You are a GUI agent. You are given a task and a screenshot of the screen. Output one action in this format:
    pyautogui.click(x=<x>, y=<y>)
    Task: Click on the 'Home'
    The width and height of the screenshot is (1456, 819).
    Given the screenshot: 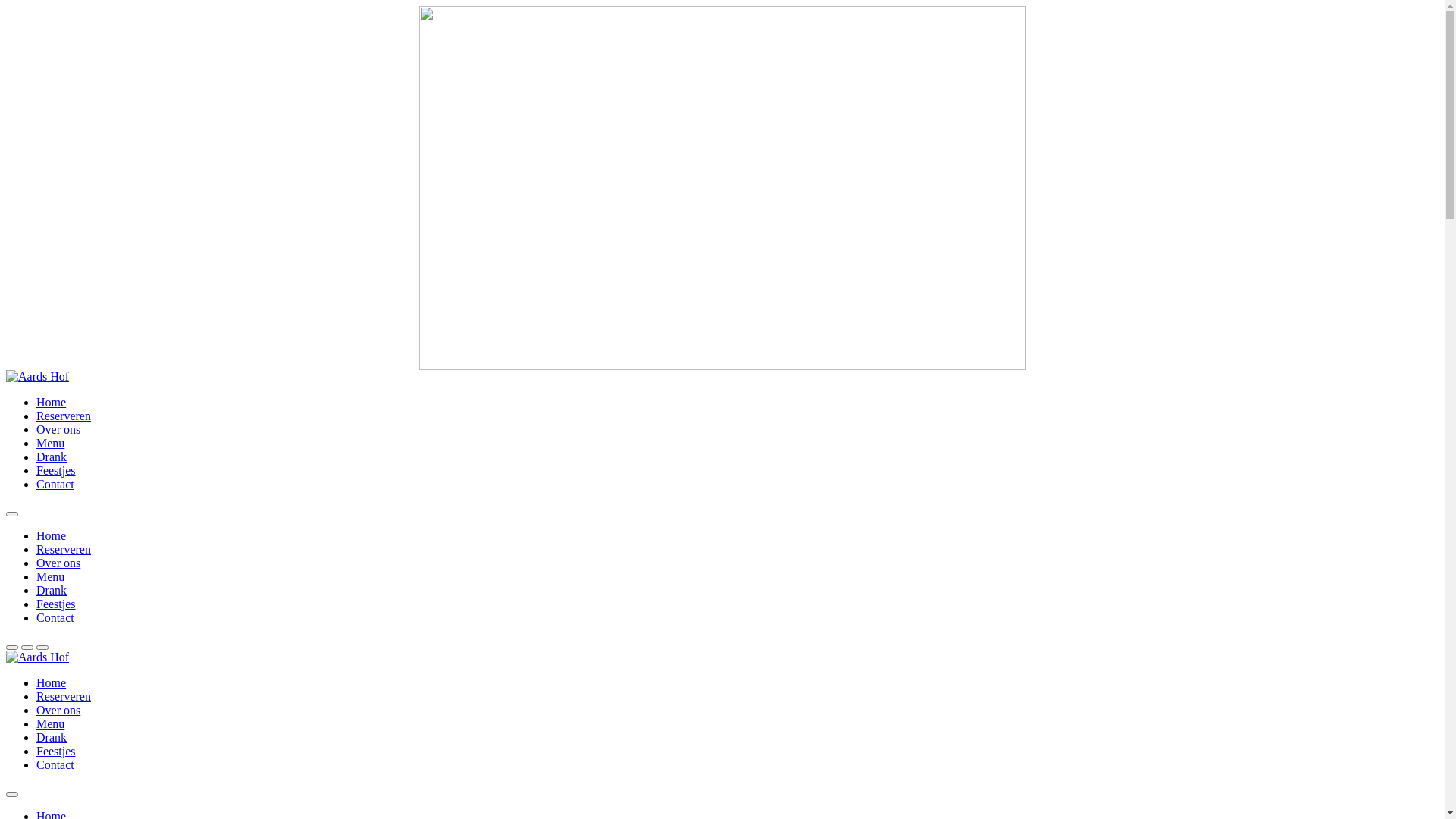 What is the action you would take?
    pyautogui.click(x=36, y=401)
    